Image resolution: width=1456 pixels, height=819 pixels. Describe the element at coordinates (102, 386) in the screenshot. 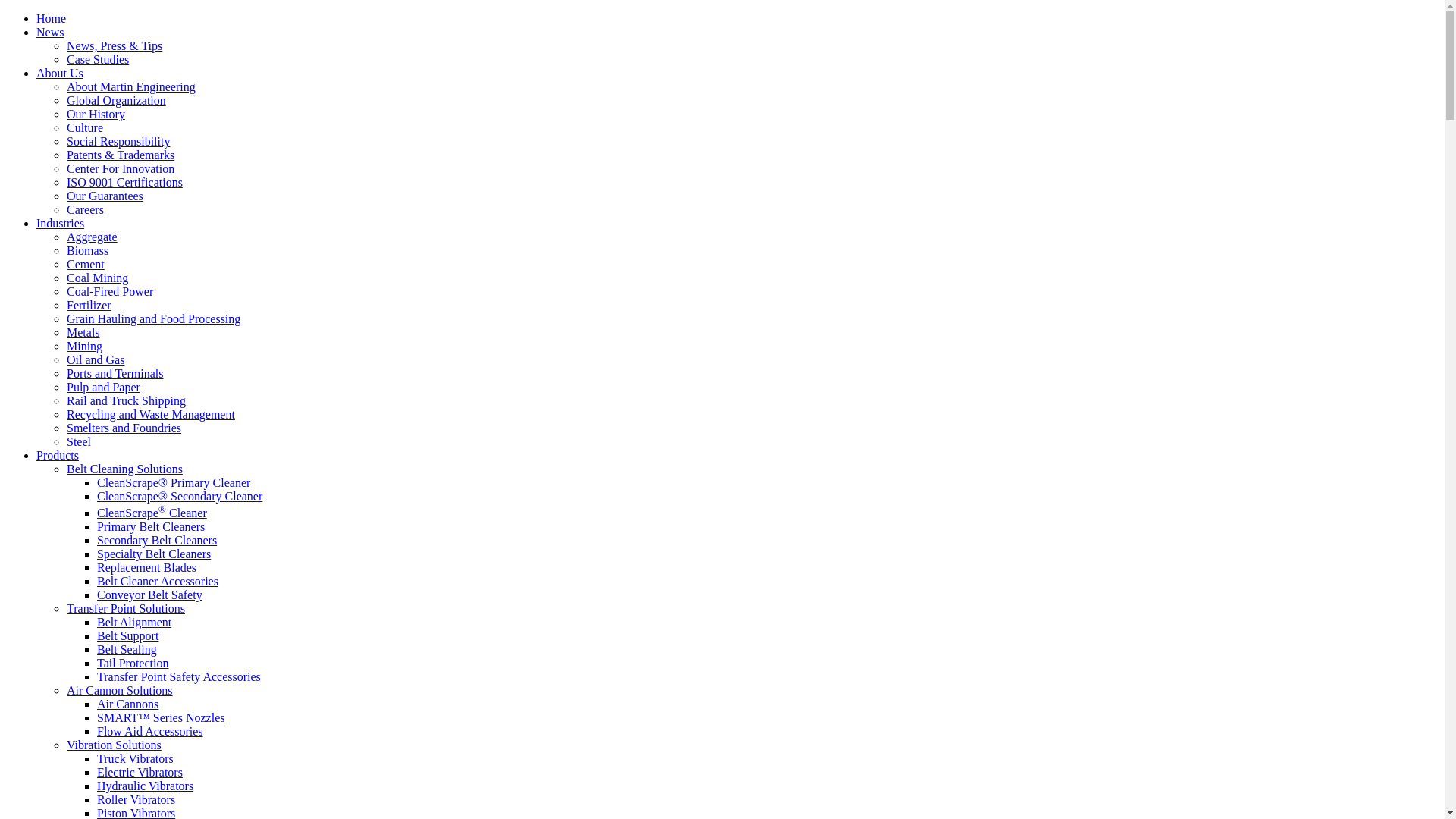

I see `'Pulp and Paper'` at that location.